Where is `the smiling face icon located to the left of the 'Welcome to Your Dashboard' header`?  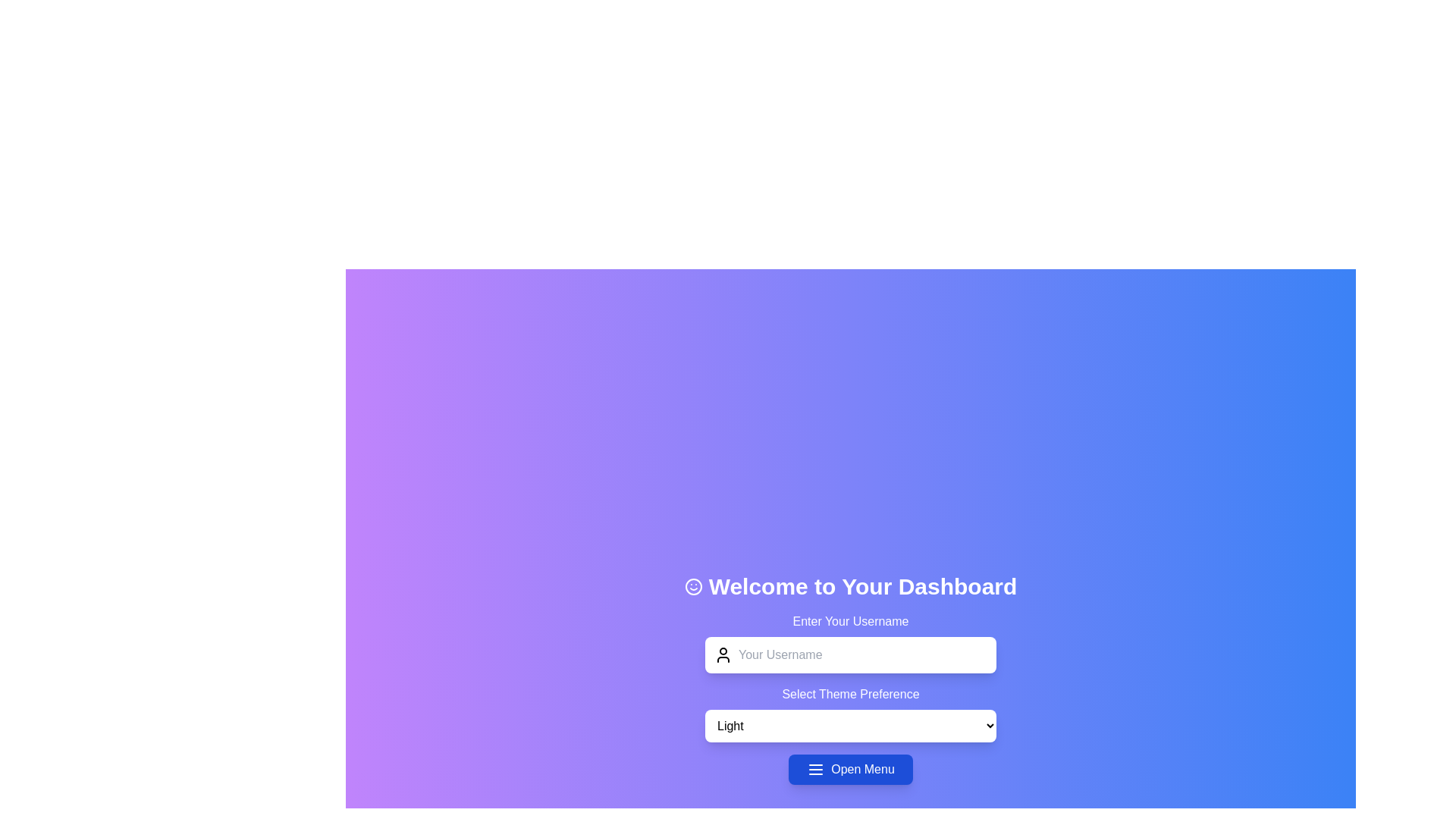 the smiling face icon located to the left of the 'Welcome to Your Dashboard' header is located at coordinates (692, 585).